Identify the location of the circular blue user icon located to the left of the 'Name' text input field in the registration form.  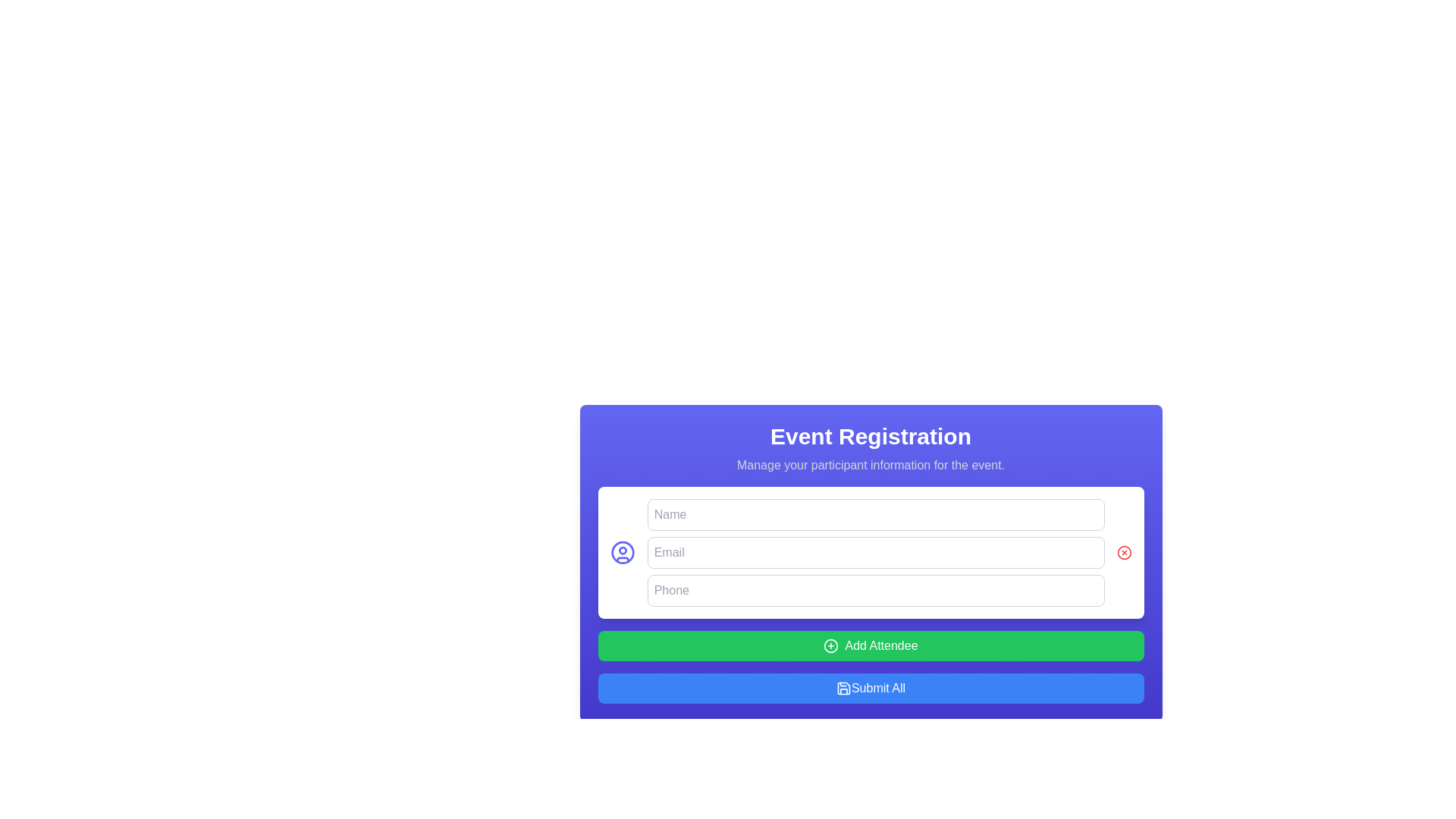
(623, 553).